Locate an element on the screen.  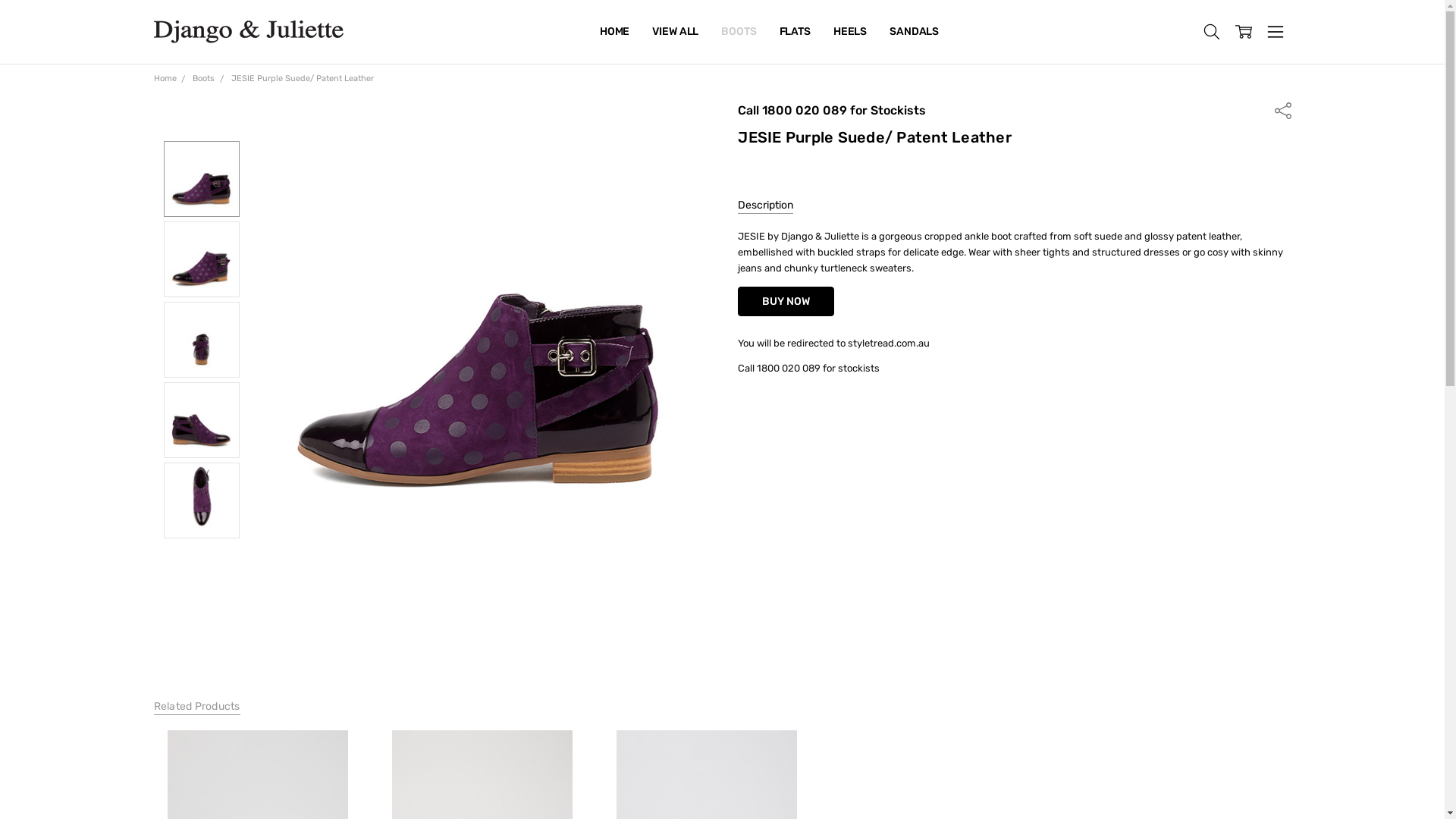
'PRIVACY POLICY' is located at coordinates (641, 32).